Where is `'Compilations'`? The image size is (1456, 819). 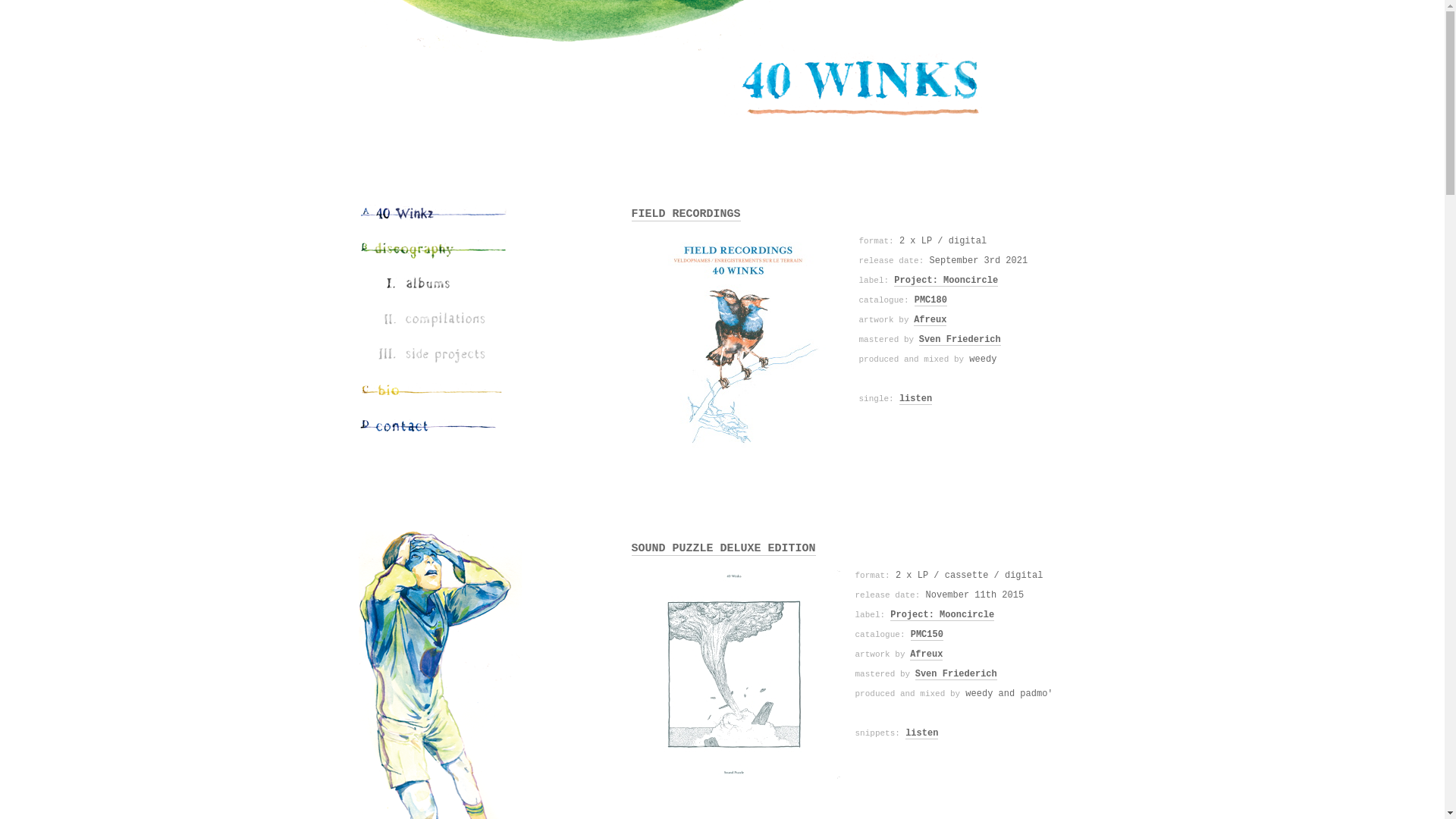
'Compilations' is located at coordinates (375, 321).